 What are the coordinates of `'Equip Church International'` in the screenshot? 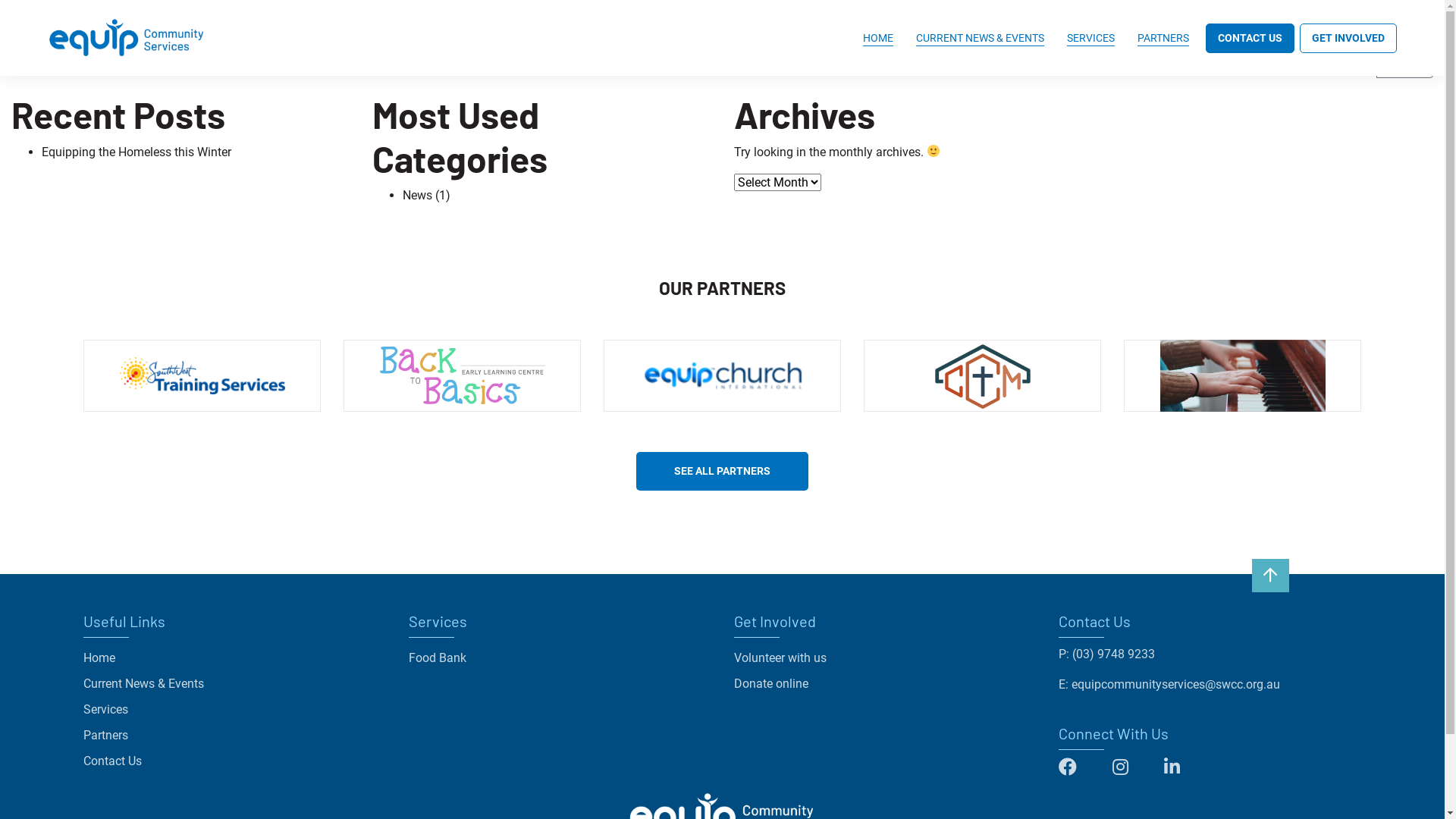 It's located at (721, 377).